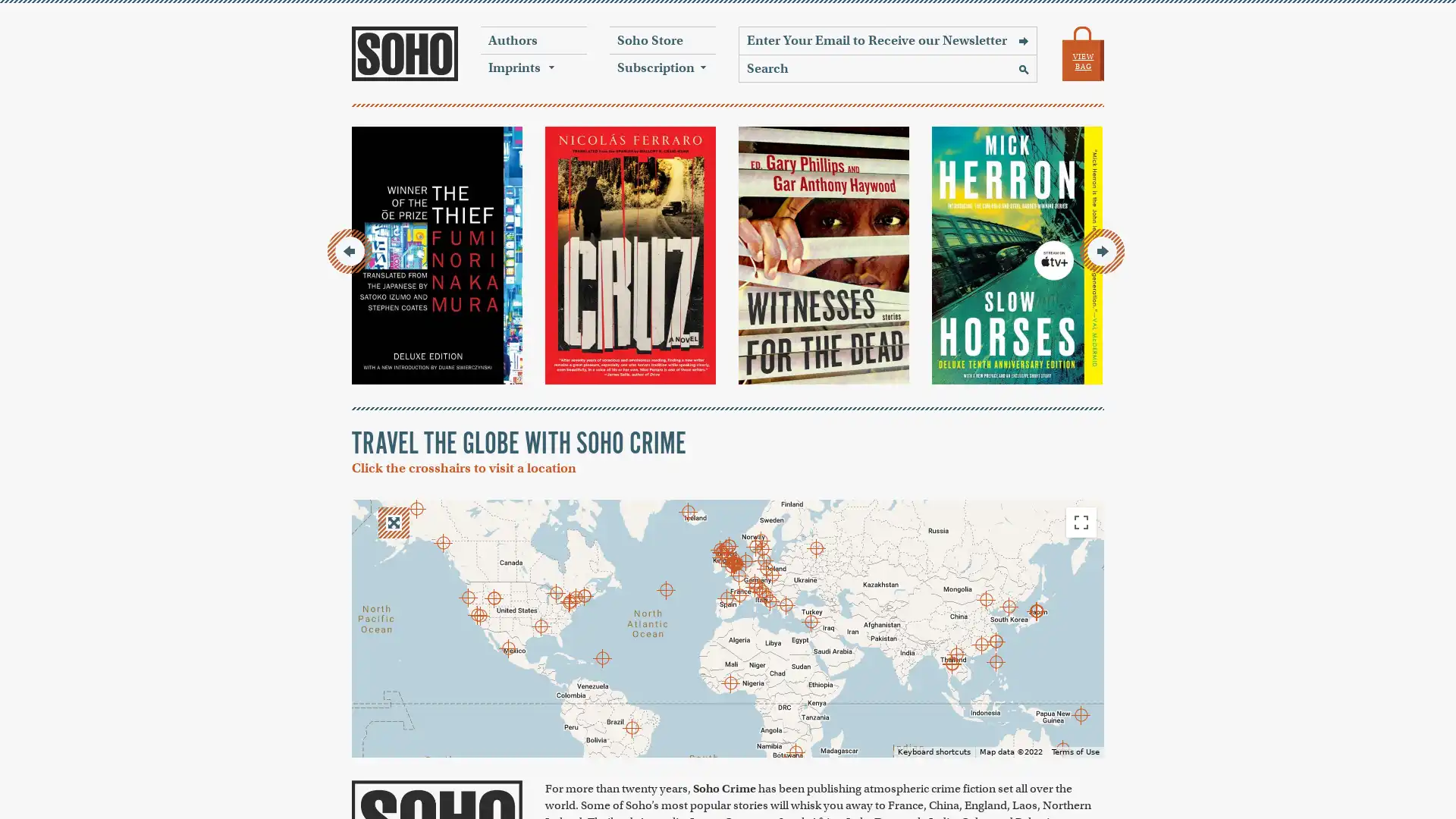 Image resolution: width=1456 pixels, height=819 pixels. What do you see at coordinates (1080, 520) in the screenshot?
I see `Toggle fullscreen view` at bounding box center [1080, 520].